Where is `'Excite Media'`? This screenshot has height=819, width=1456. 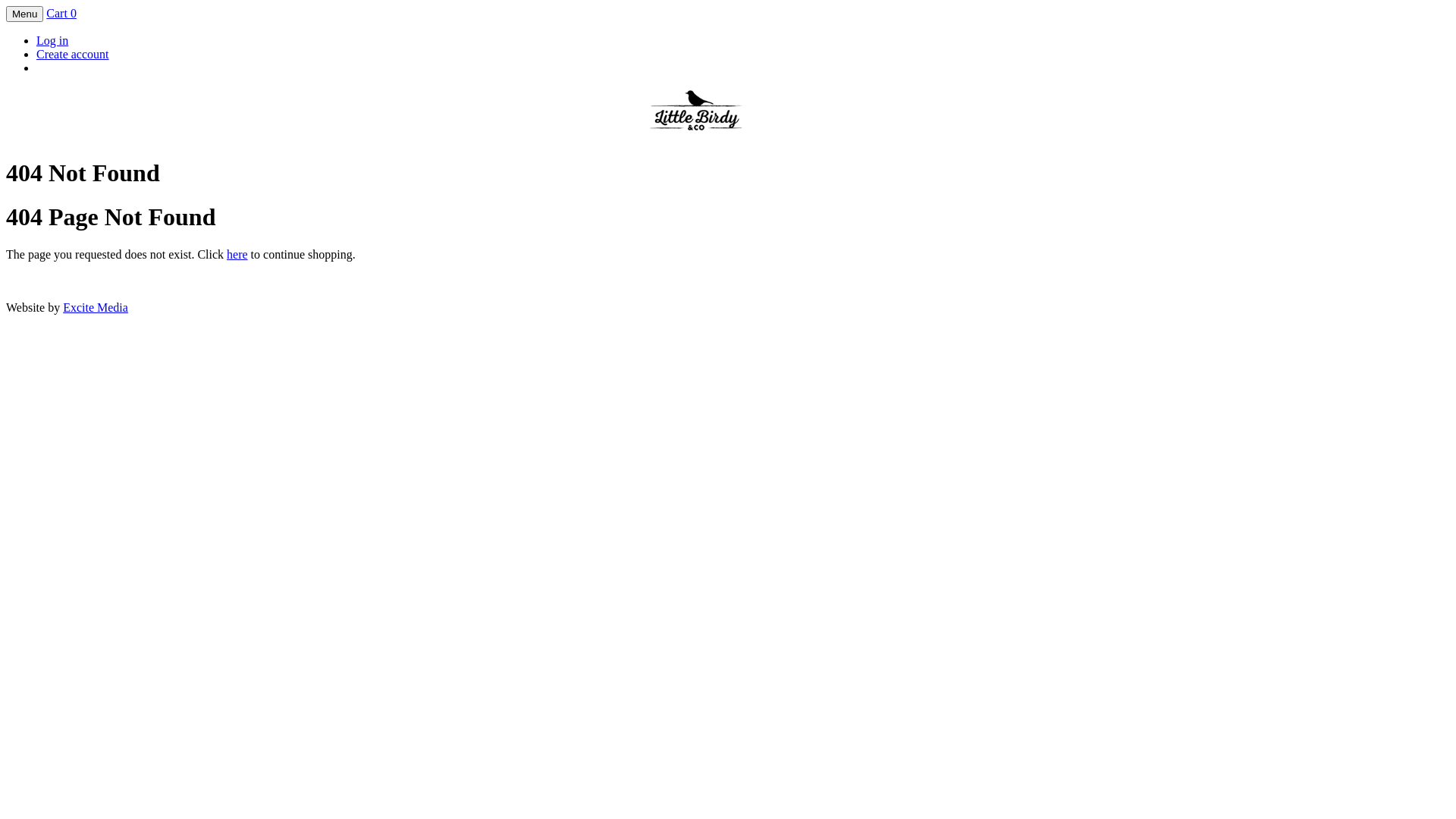
'Excite Media' is located at coordinates (94, 307).